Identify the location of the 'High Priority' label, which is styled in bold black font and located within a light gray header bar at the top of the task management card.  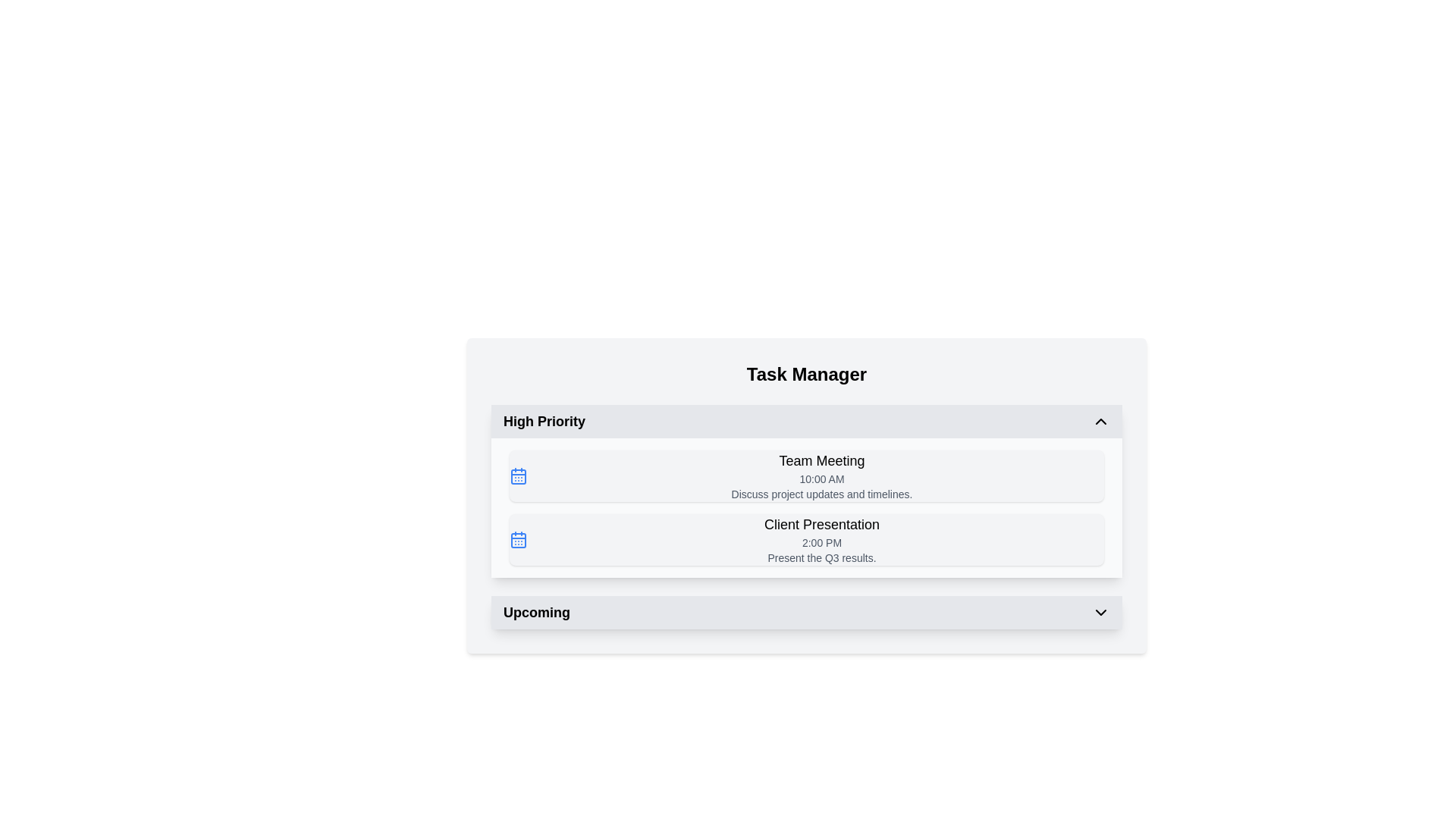
(544, 421).